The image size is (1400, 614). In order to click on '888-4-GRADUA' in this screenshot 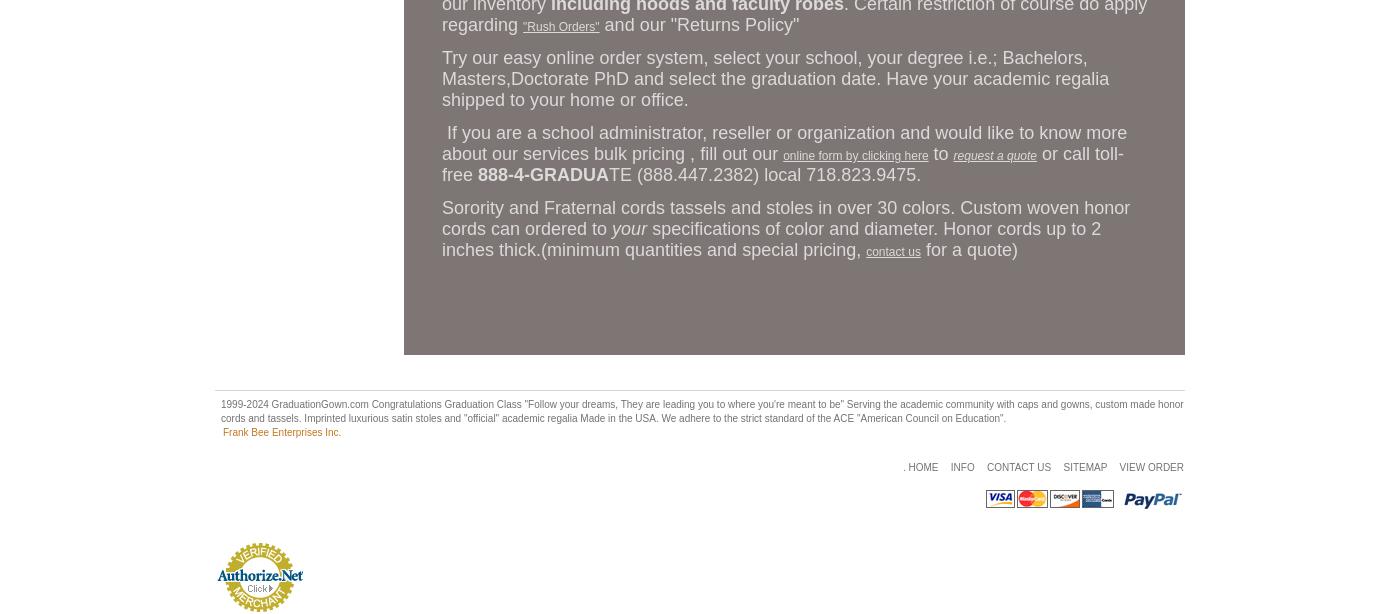, I will do `click(476, 173)`.